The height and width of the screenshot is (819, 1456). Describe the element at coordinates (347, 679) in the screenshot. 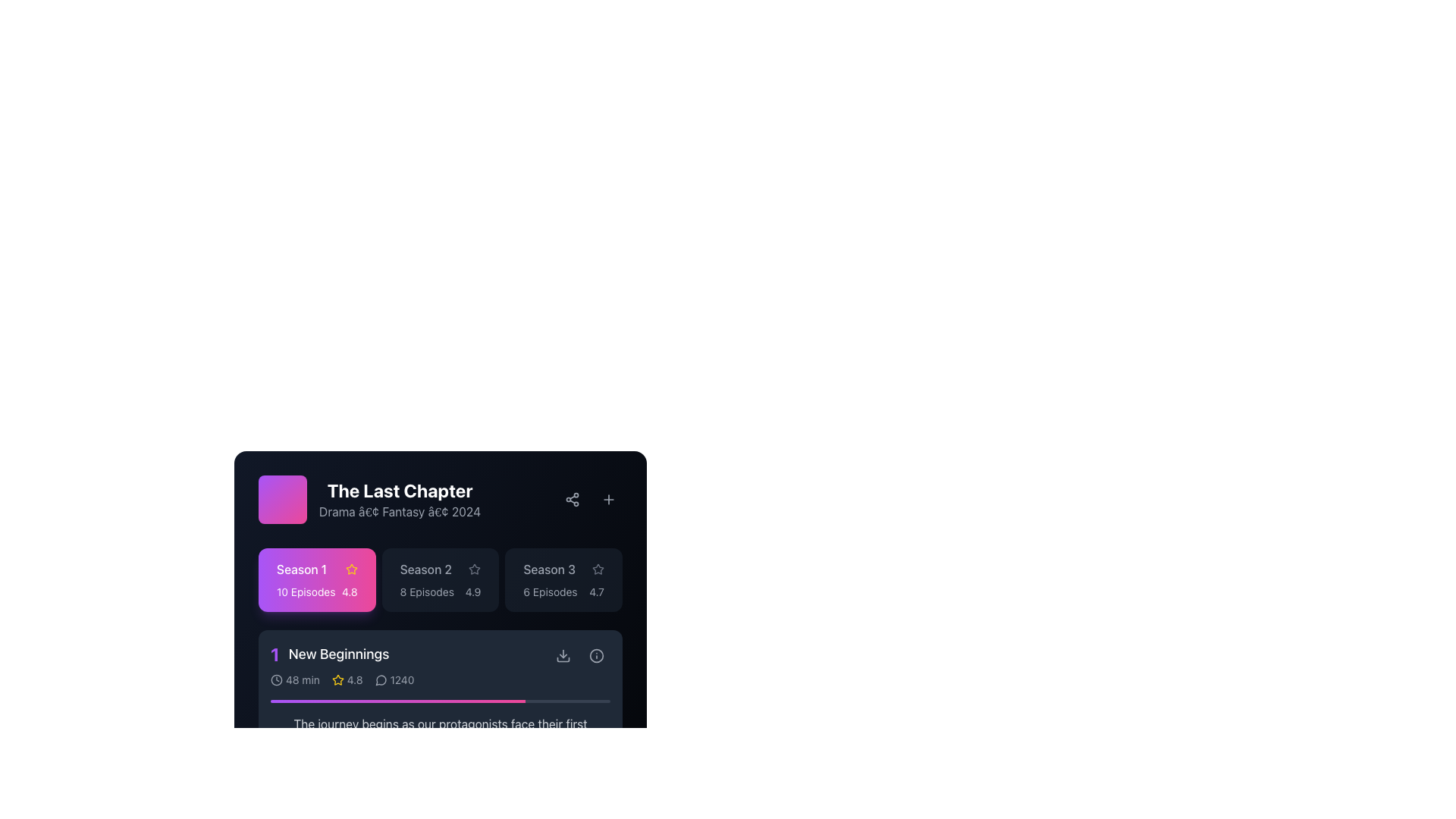

I see `displayed rating value from the Rating Indicator located beneath the series title 'New Beginnings', positioned after the duration '48 min' and before the comment count '1240'` at that location.